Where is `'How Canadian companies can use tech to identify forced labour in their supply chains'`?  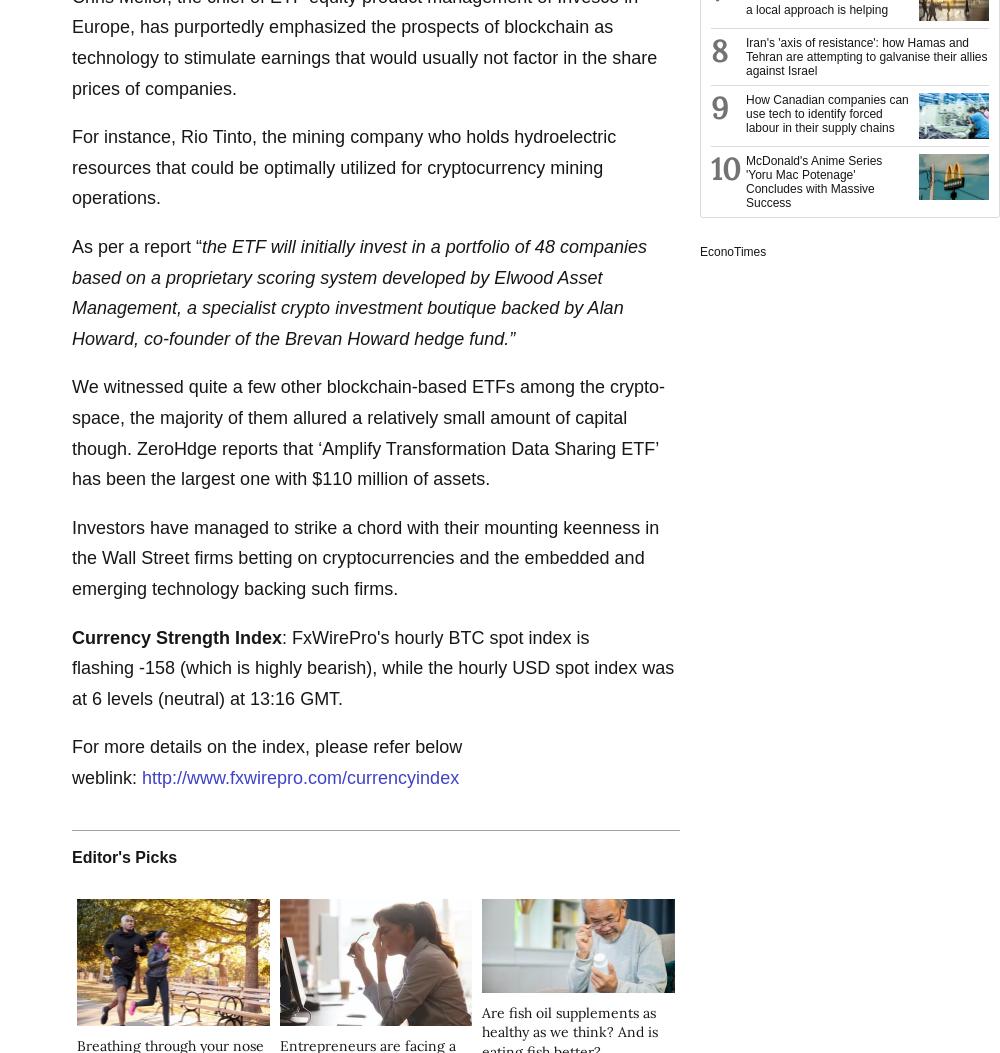
'How Canadian companies can use tech to identify forced labour in their supply chains' is located at coordinates (745, 114).